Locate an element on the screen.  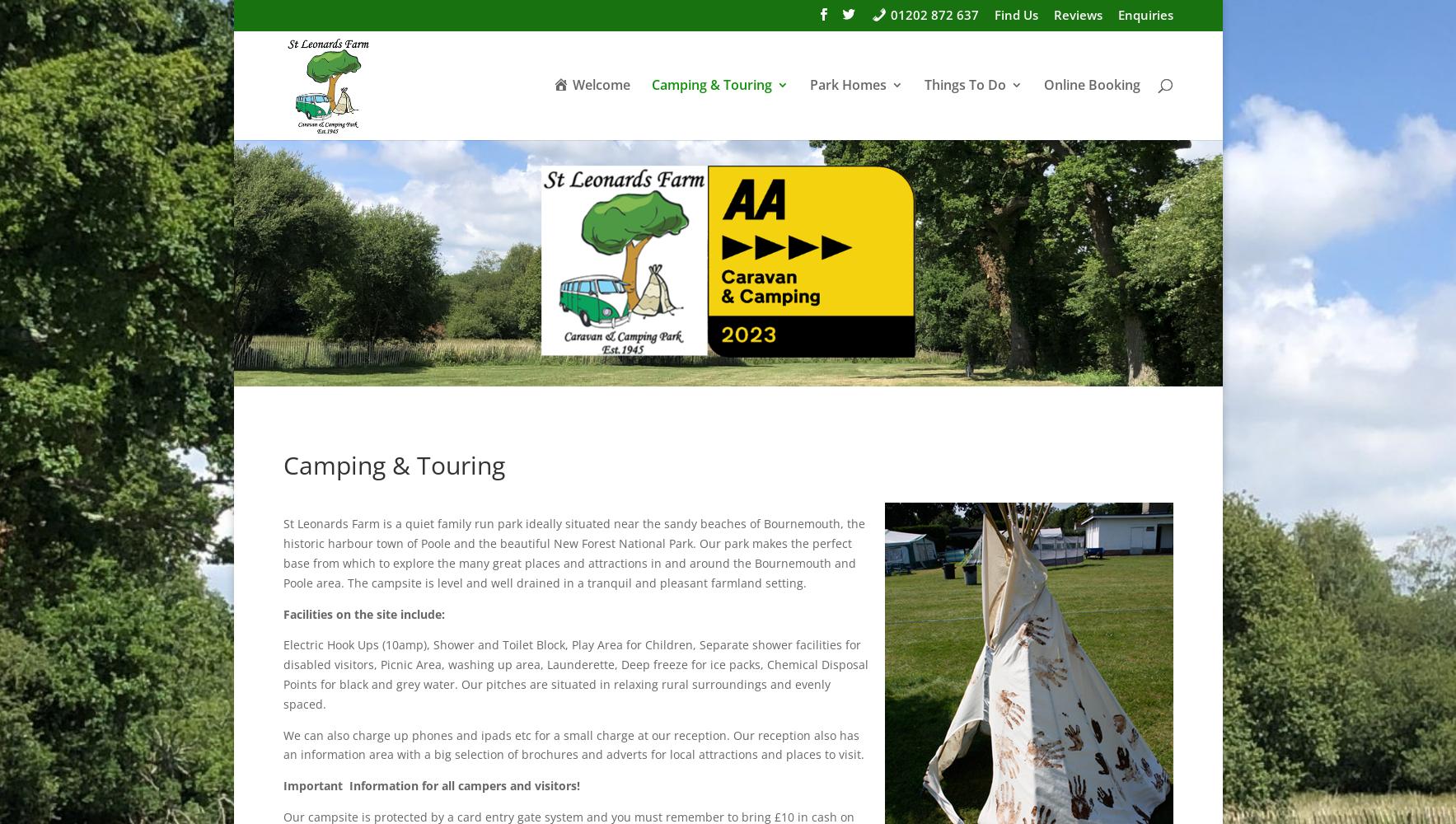
'Park Homes' is located at coordinates (847, 84).